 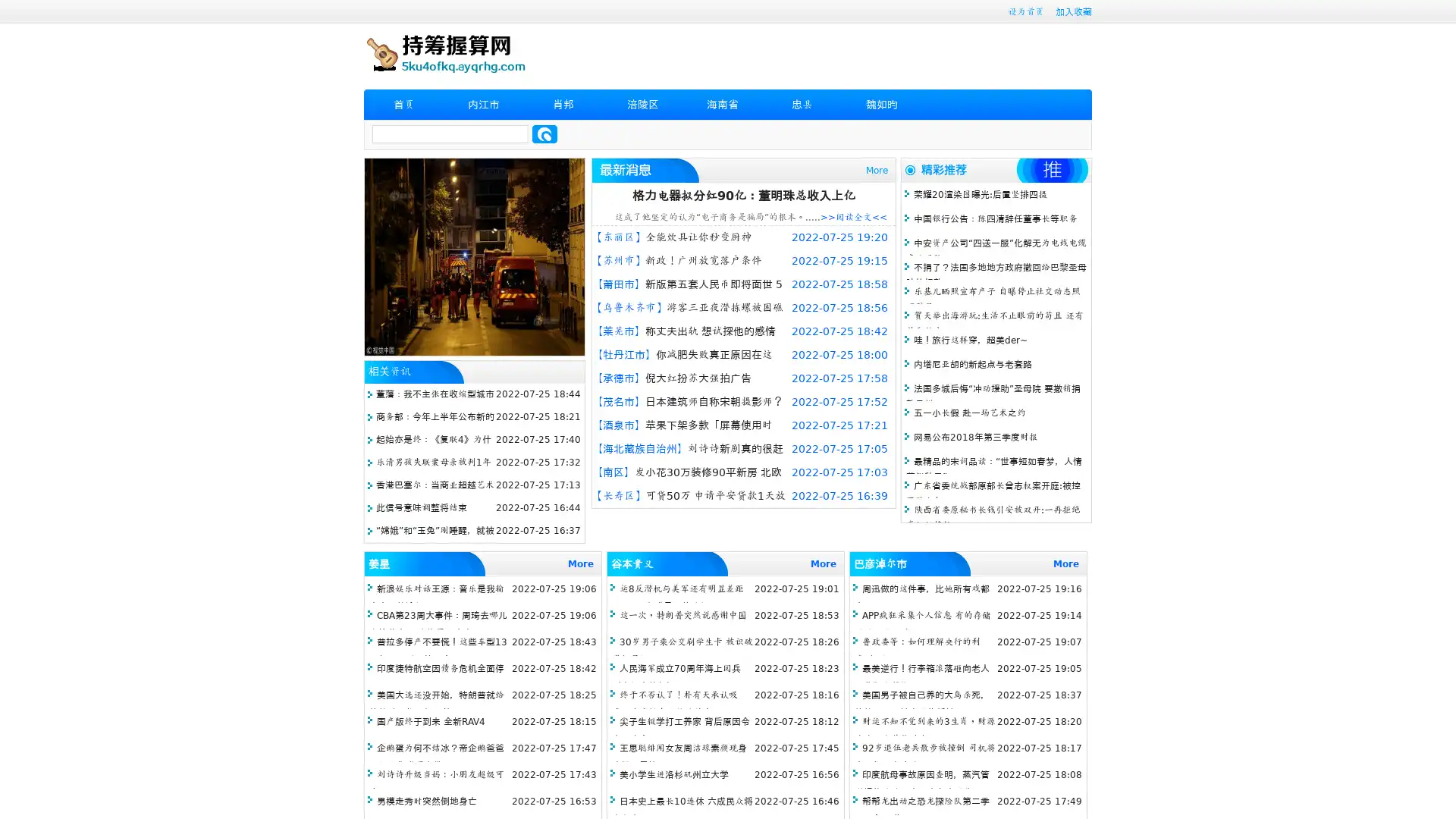 What do you see at coordinates (544, 133) in the screenshot?
I see `Search` at bounding box center [544, 133].